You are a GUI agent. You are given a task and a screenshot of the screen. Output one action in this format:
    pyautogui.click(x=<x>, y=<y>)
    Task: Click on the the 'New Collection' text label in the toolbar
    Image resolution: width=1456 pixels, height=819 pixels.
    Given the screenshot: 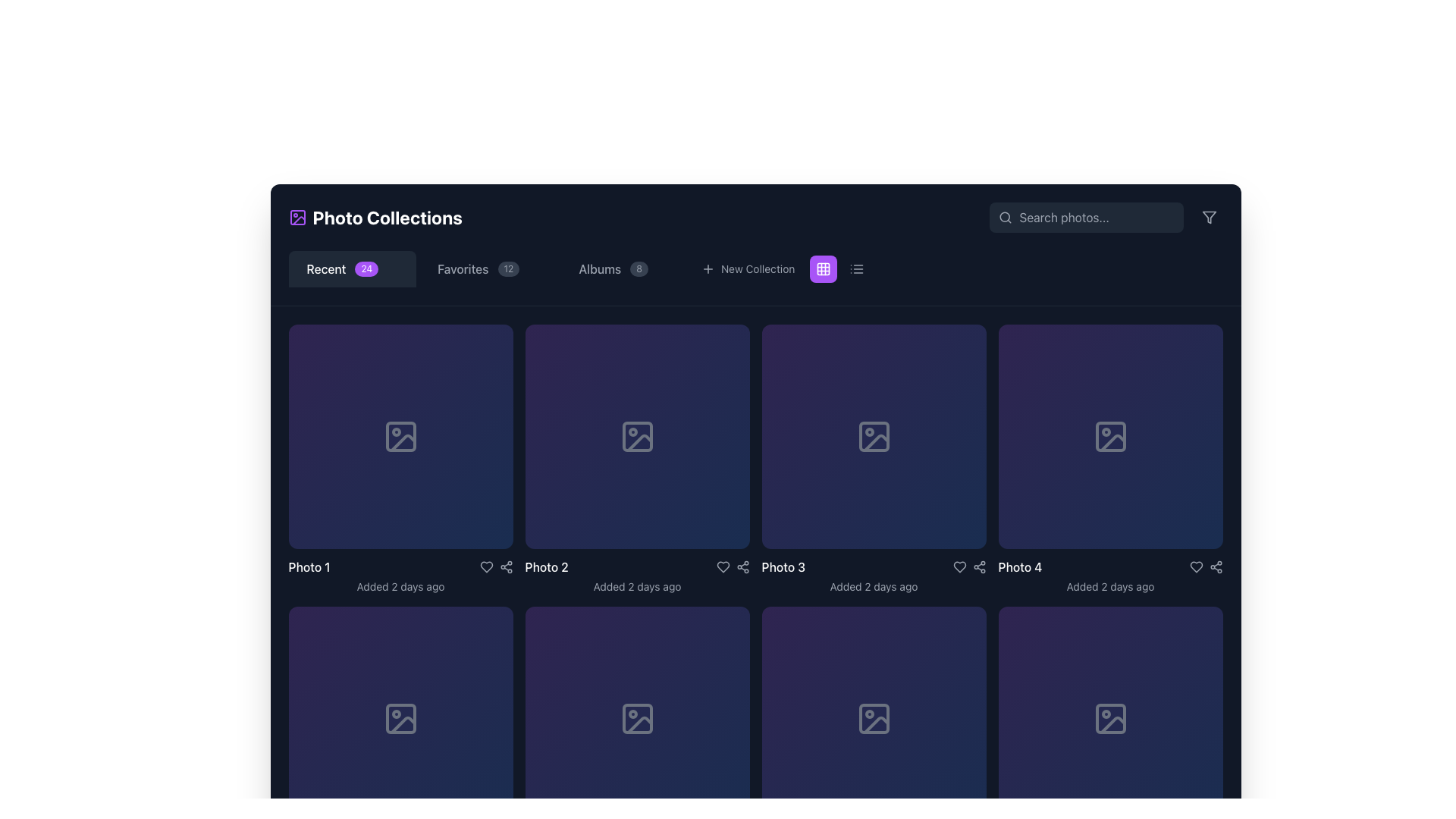 What is the action you would take?
    pyautogui.click(x=758, y=268)
    